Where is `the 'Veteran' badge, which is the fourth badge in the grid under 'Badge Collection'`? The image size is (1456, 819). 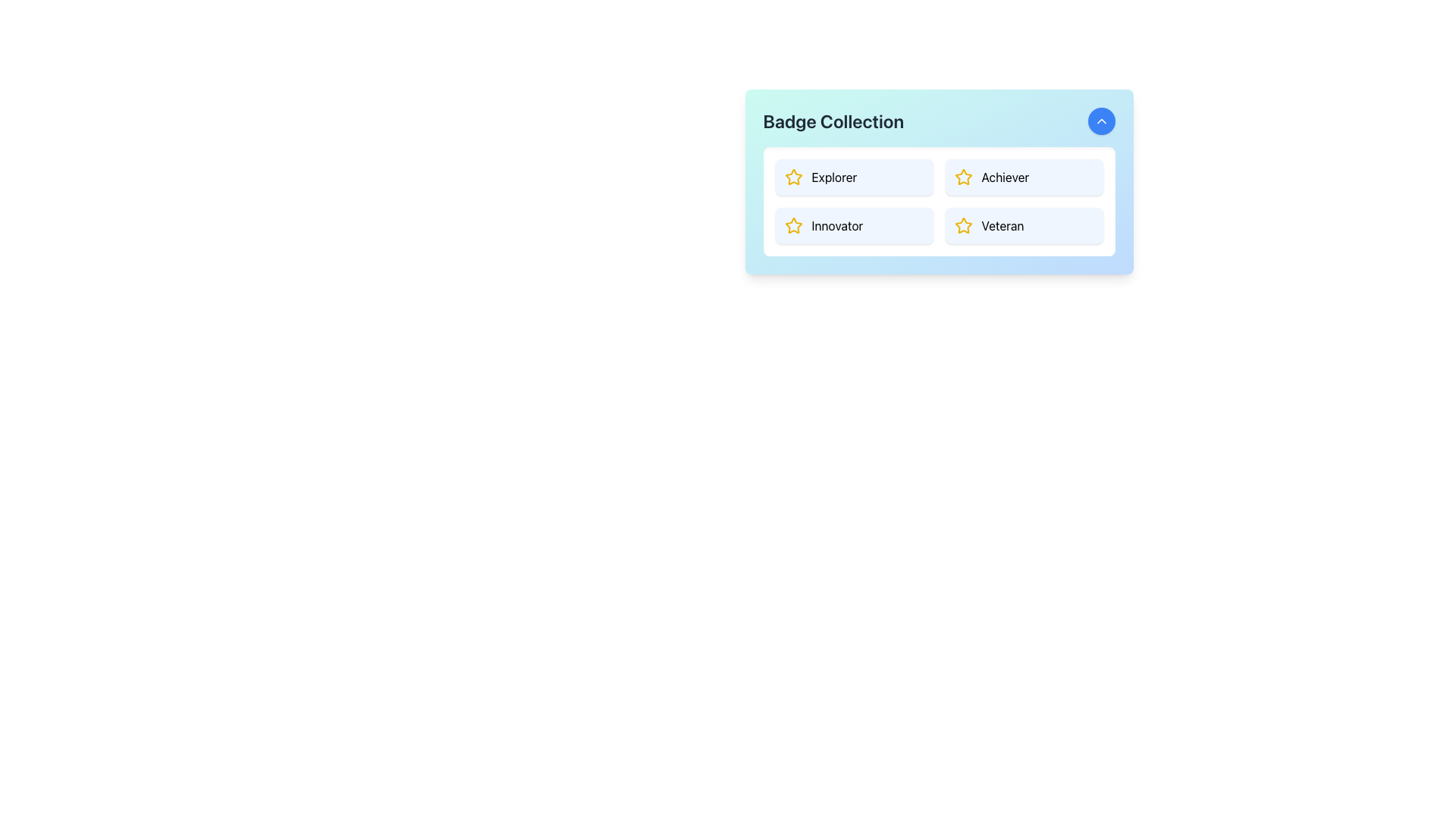
the 'Veteran' badge, which is the fourth badge in the grid under 'Badge Collection' is located at coordinates (1024, 225).